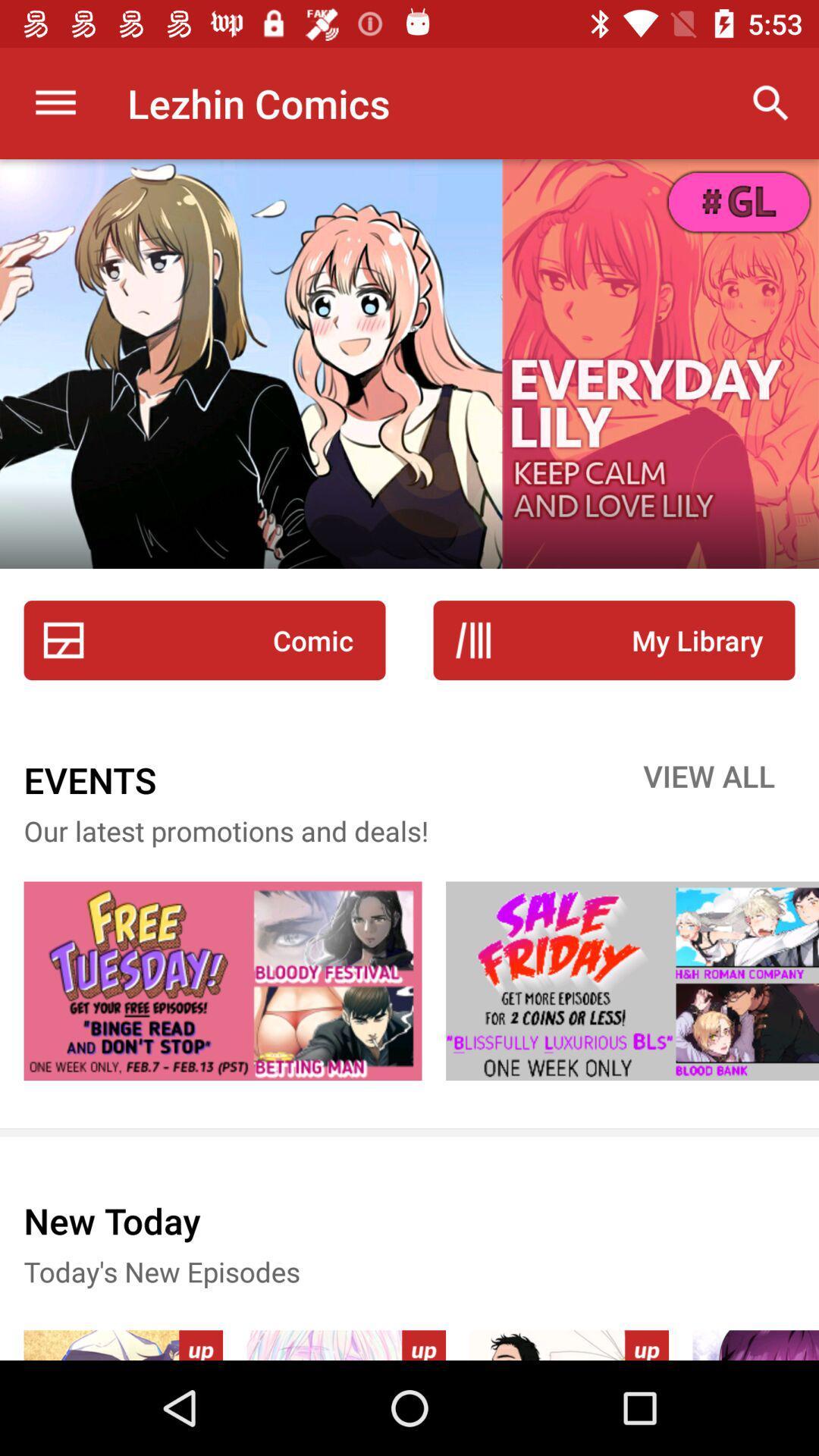 The height and width of the screenshot is (1456, 819). What do you see at coordinates (222, 981) in the screenshot?
I see `launch advertisement` at bounding box center [222, 981].